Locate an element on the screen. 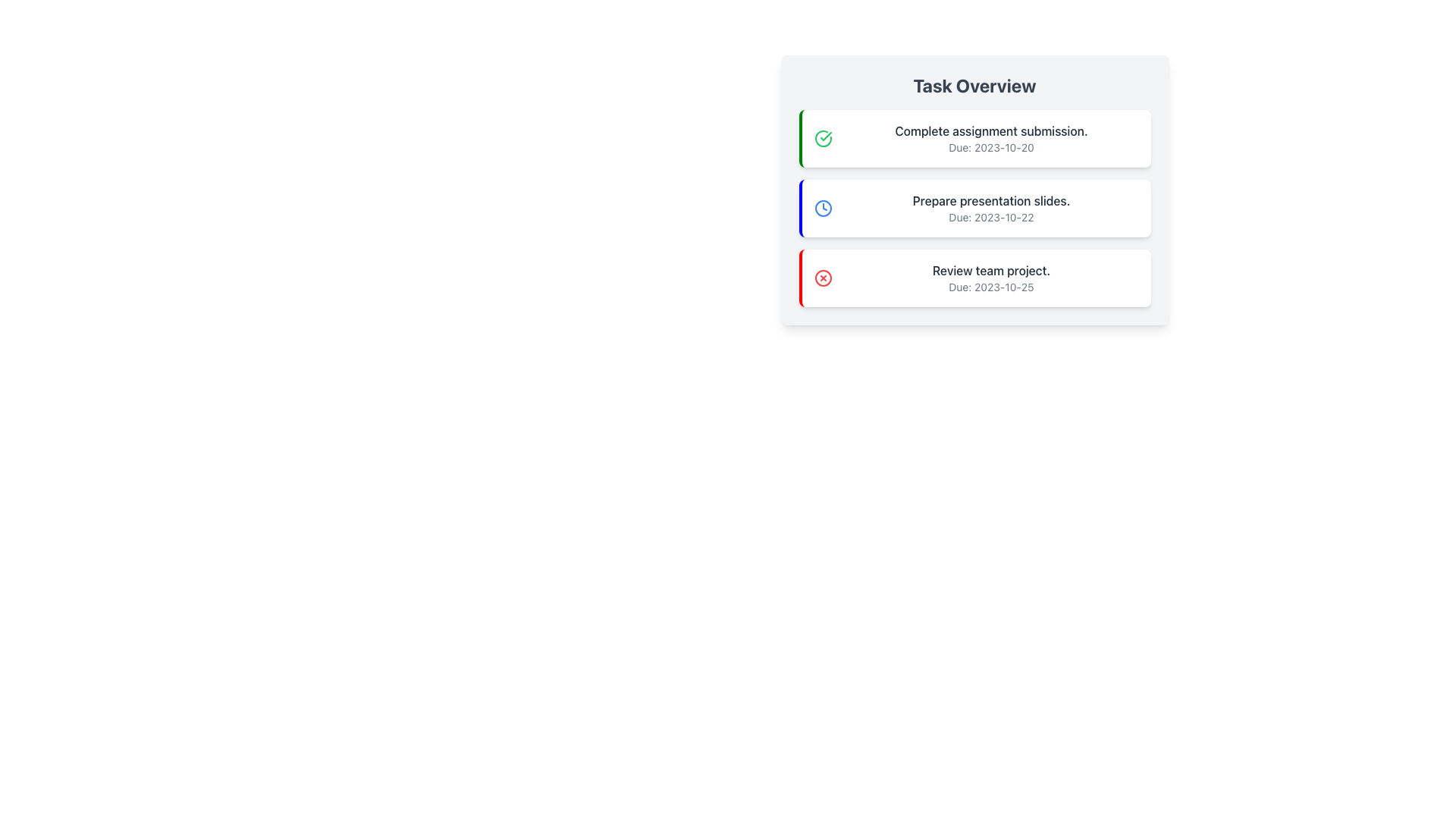  task details from the Informational card that states 'Review team project.' with a deadline of '2023-10-25', which is the third item in a vertically stacked list of tasks is located at coordinates (974, 278).